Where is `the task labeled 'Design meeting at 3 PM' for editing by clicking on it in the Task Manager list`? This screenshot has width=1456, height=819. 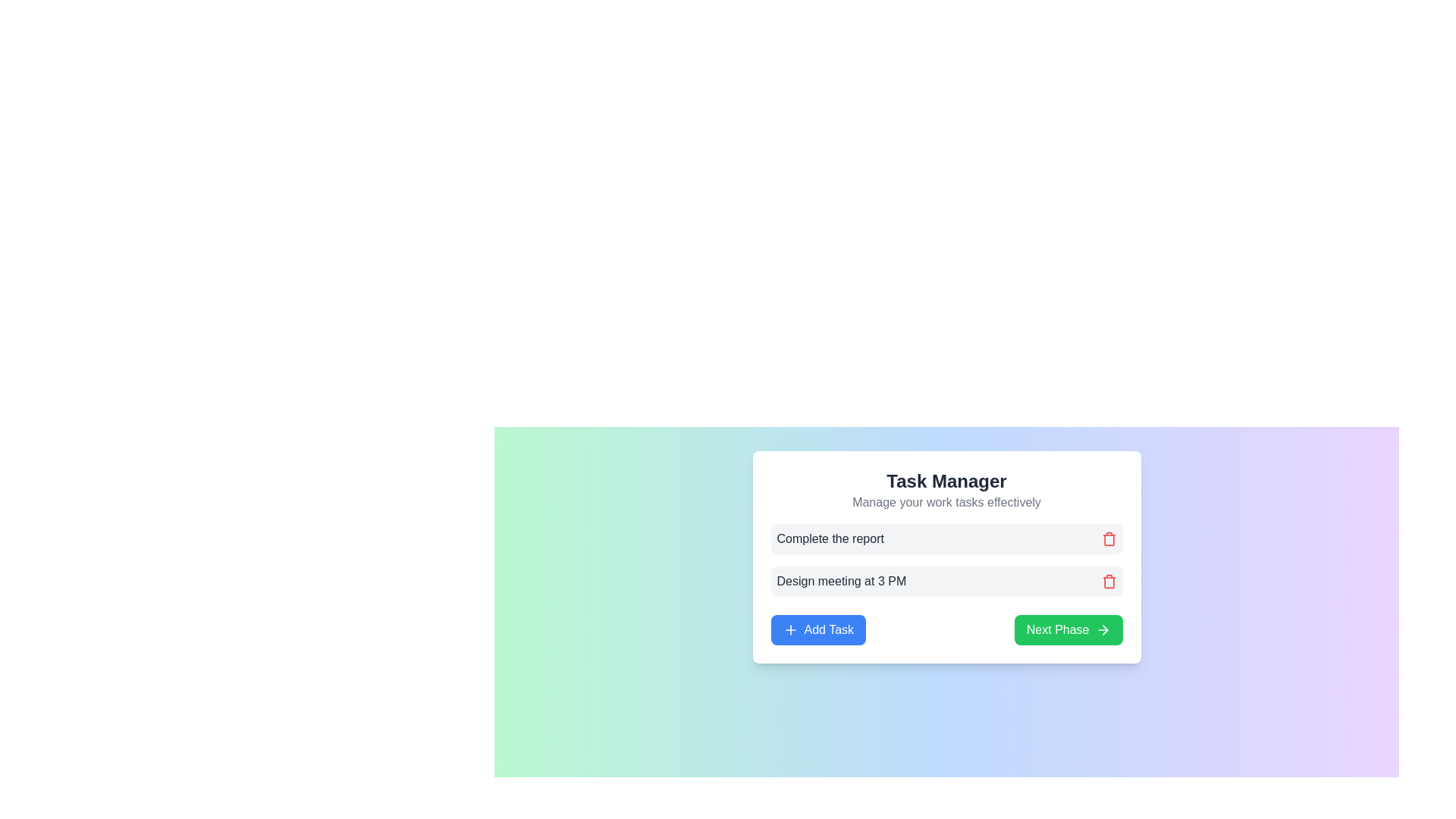 the task labeled 'Design meeting at 3 PM' for editing by clicking on it in the Task Manager list is located at coordinates (946, 581).